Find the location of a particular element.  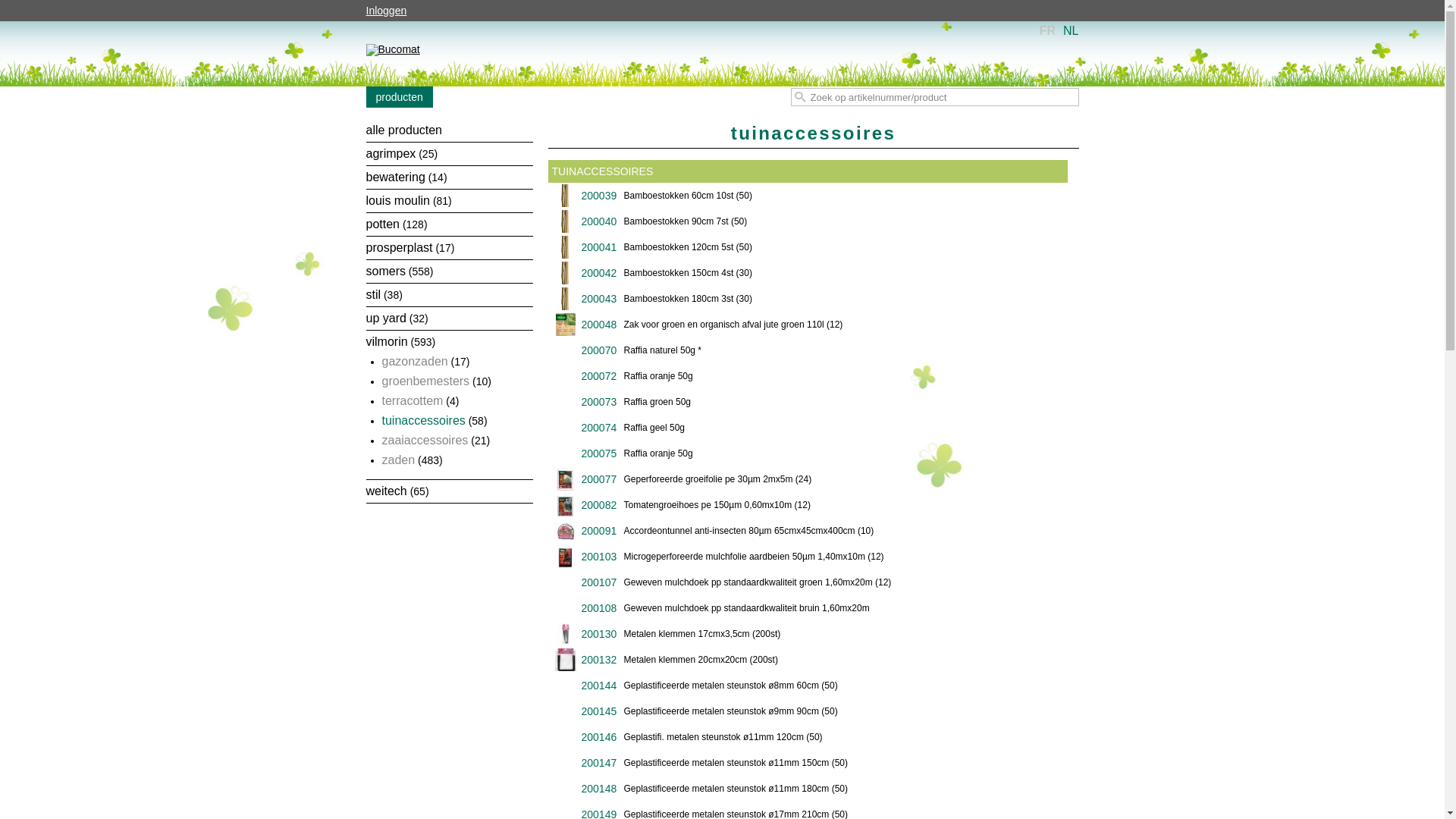

'zaaiaccessoires' is located at coordinates (382, 440).